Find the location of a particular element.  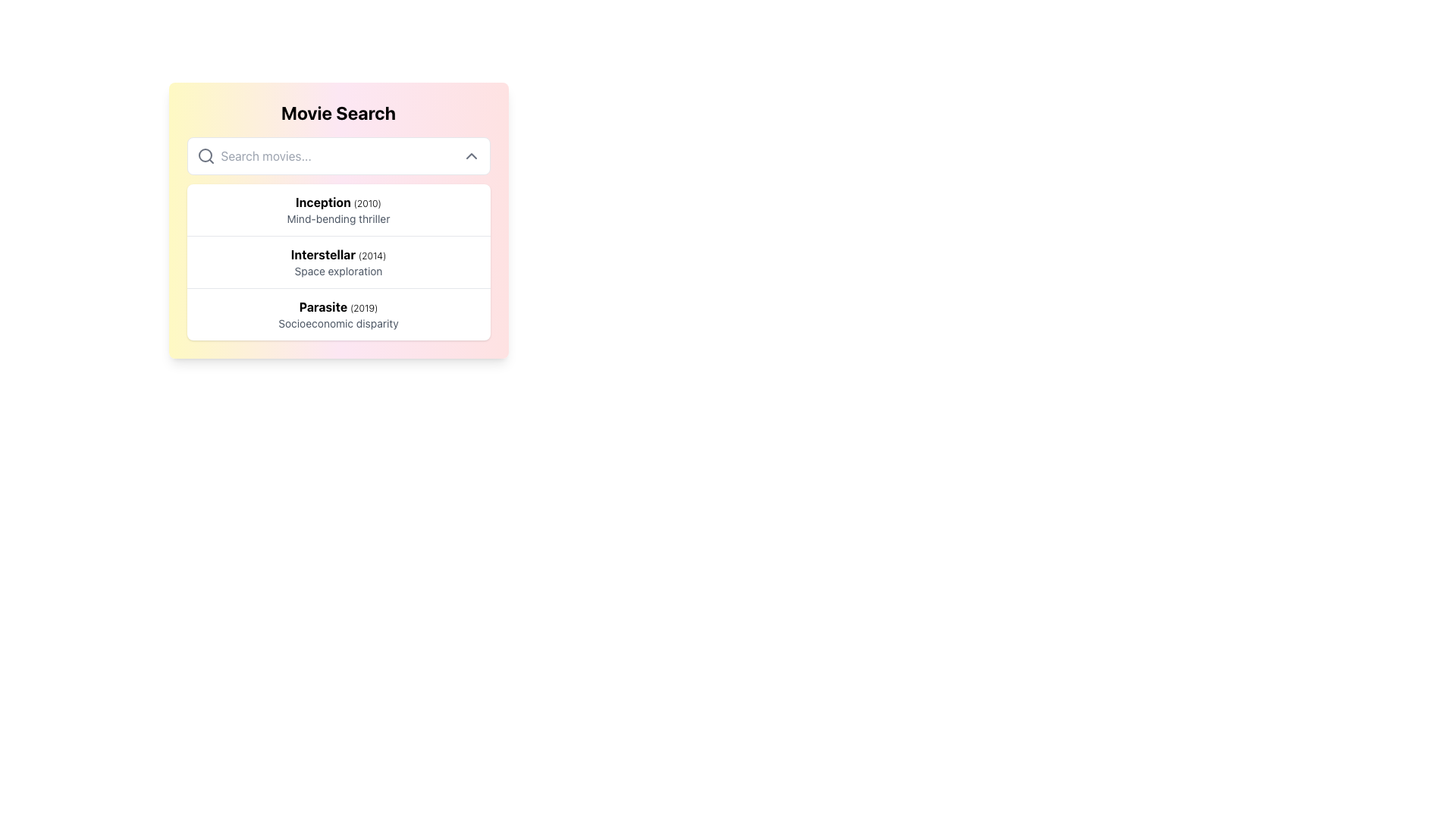

the static text displaying 'Parasite (2019)' which is prominently styled and located at the top middle of the movie results, directly below 'Interstellar (2014)' is located at coordinates (337, 307).